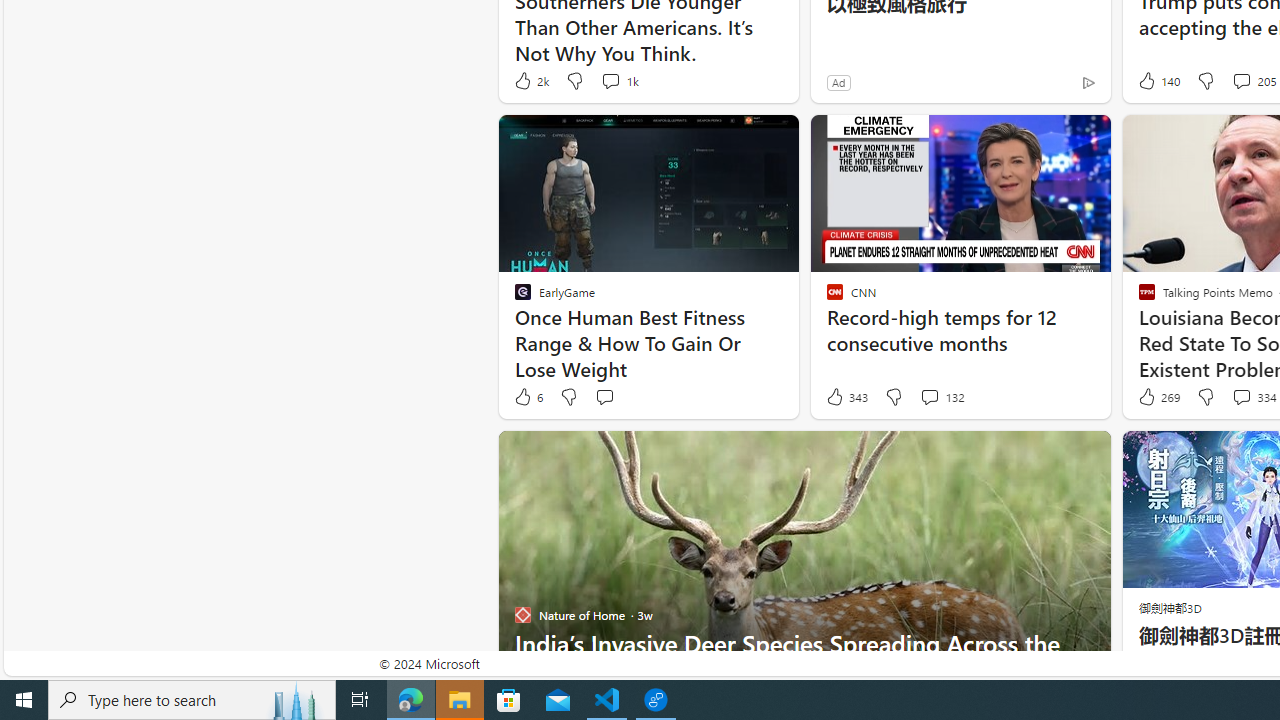 This screenshot has height=720, width=1280. What do you see at coordinates (530, 80) in the screenshot?
I see `'2k Like'` at bounding box center [530, 80].